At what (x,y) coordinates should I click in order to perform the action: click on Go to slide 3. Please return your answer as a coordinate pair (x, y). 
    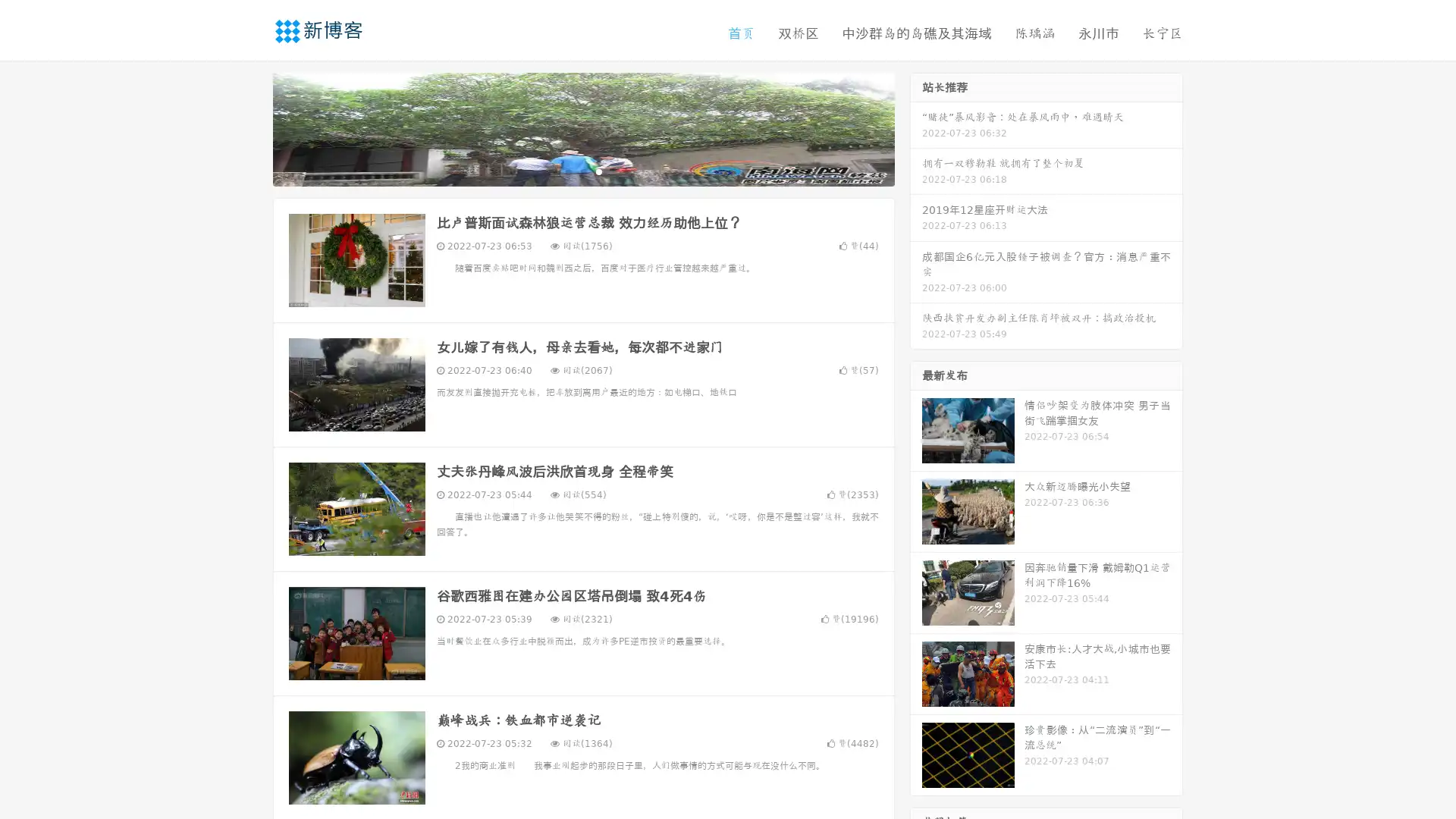
    Looking at the image, I should click on (598, 171).